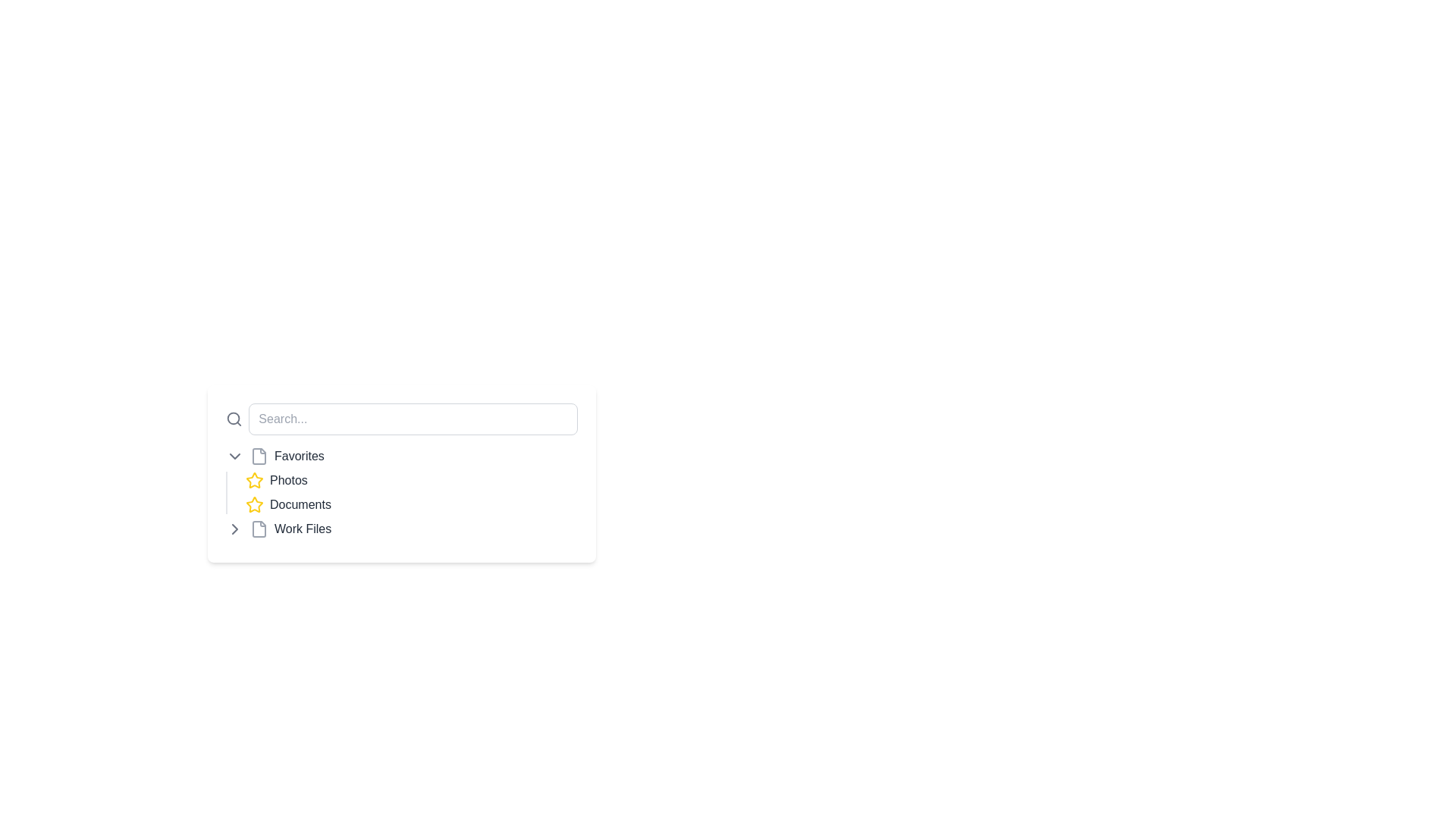 Image resolution: width=1456 pixels, height=819 pixels. I want to click on the 'Favorites' text label, so click(299, 455).